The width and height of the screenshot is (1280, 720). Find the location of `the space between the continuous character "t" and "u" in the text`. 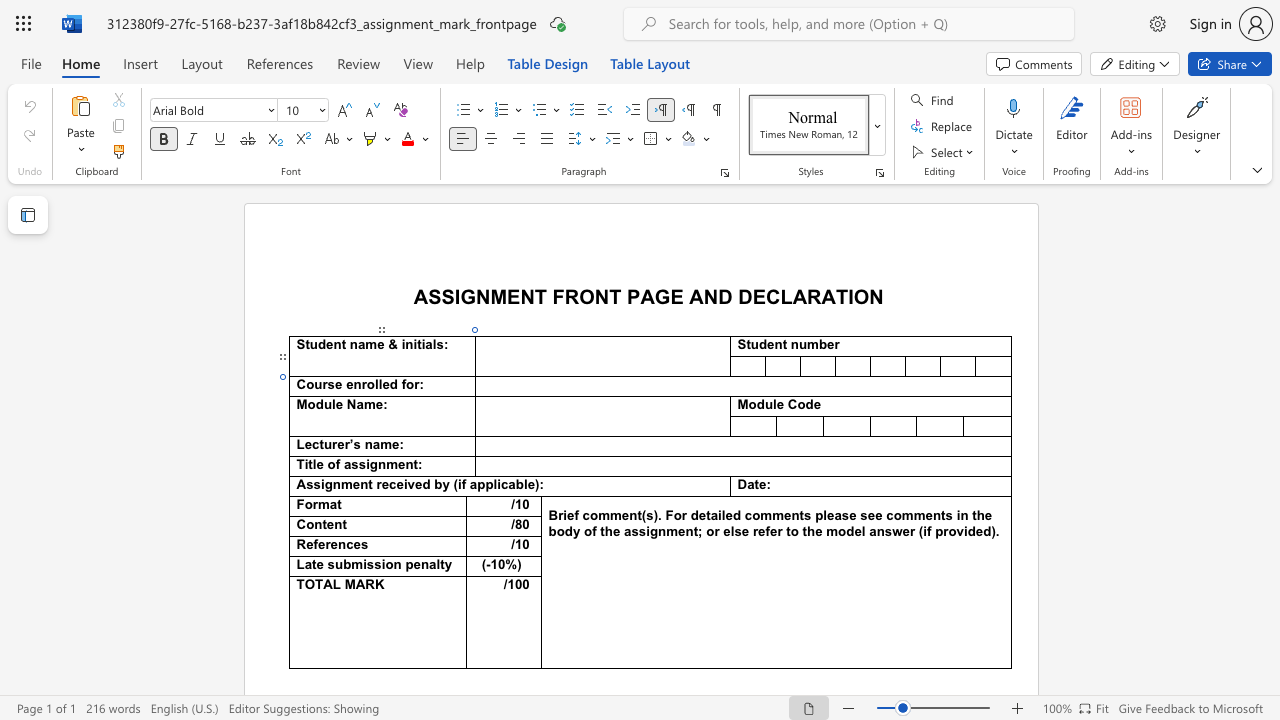

the space between the continuous character "t" and "u" in the text is located at coordinates (750, 343).